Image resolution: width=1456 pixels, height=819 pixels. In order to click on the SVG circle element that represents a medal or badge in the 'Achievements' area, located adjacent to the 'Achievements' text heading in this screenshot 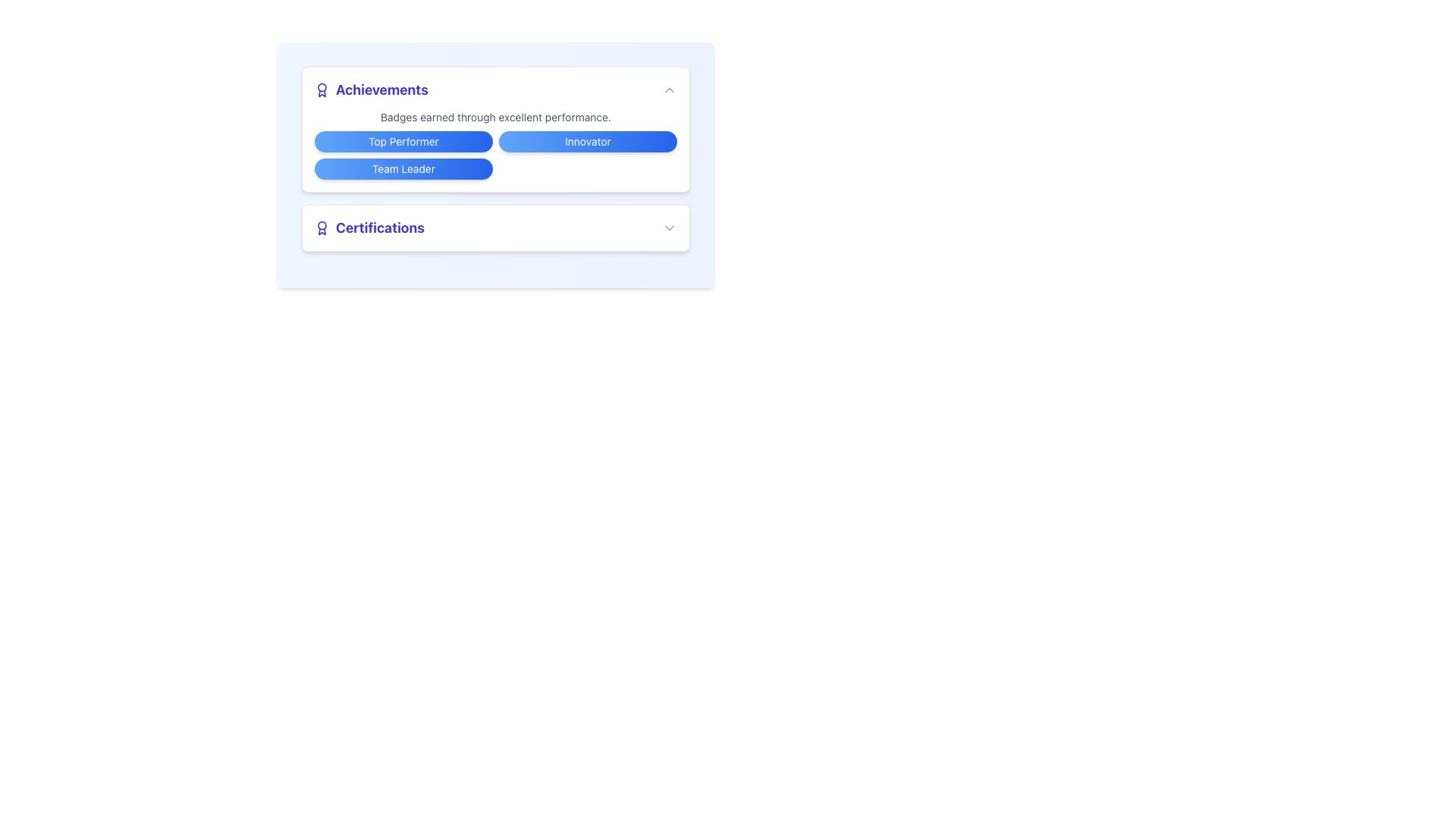, I will do `click(322, 225)`.